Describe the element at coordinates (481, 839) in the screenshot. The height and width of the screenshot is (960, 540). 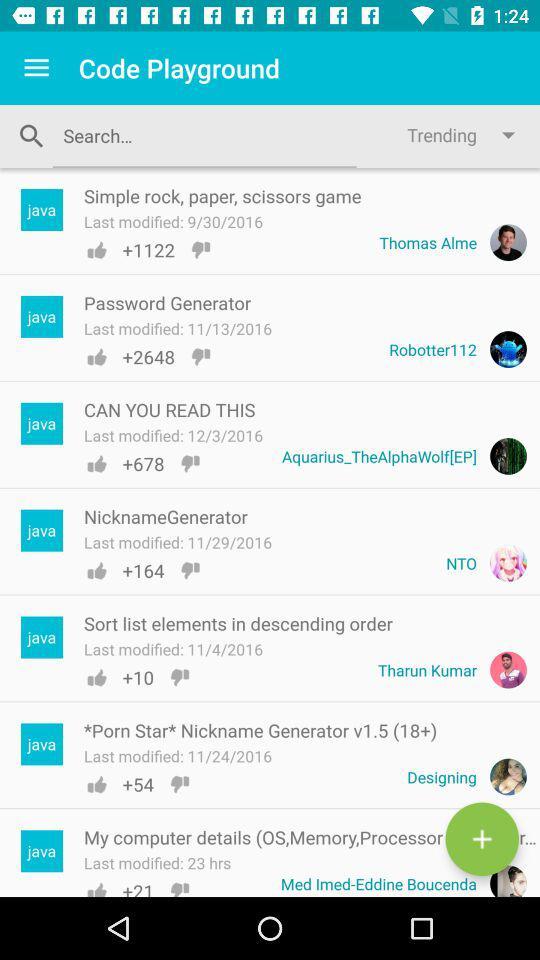
I see `new message` at that location.